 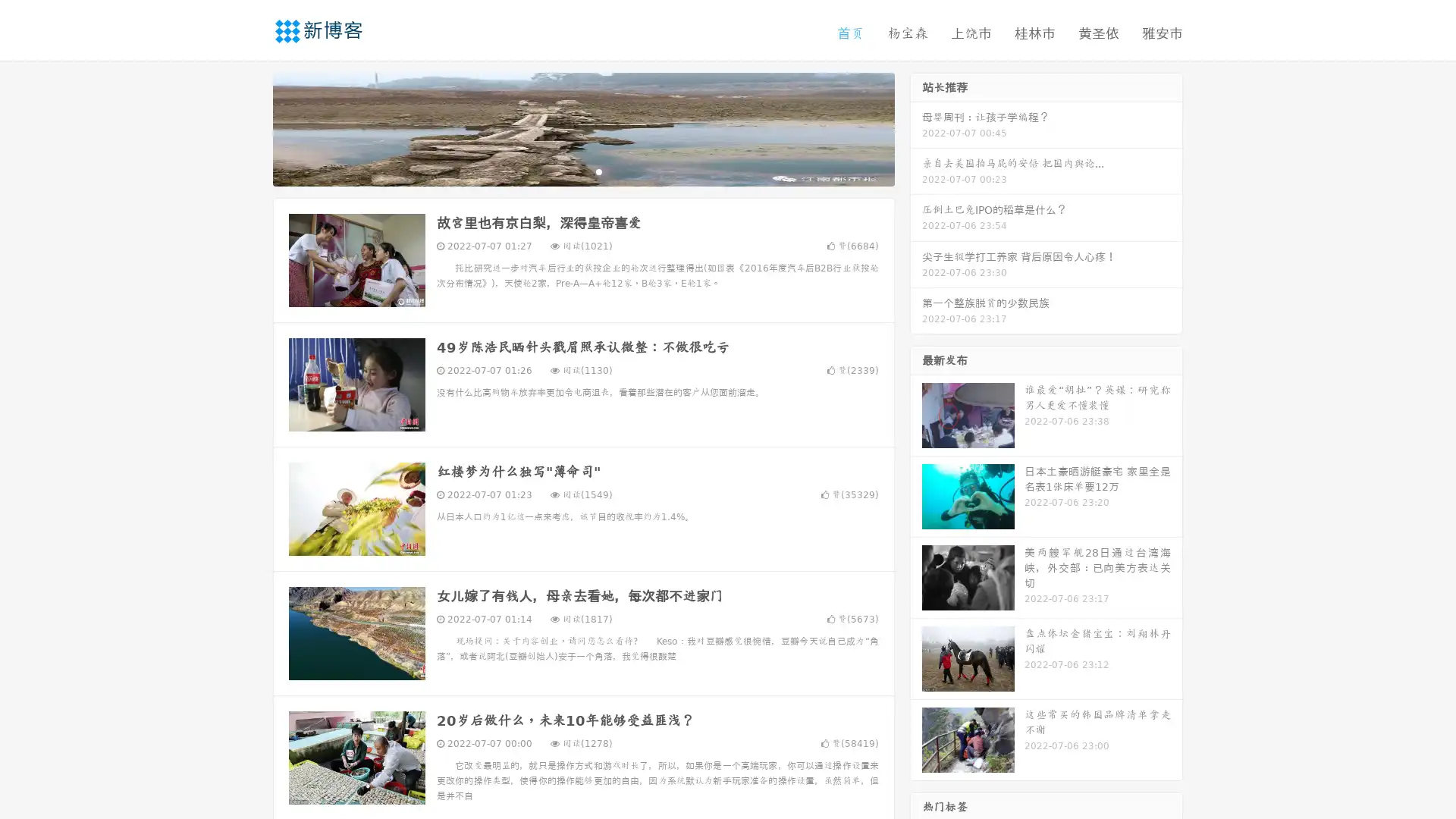 I want to click on Go to slide 1, so click(x=567, y=171).